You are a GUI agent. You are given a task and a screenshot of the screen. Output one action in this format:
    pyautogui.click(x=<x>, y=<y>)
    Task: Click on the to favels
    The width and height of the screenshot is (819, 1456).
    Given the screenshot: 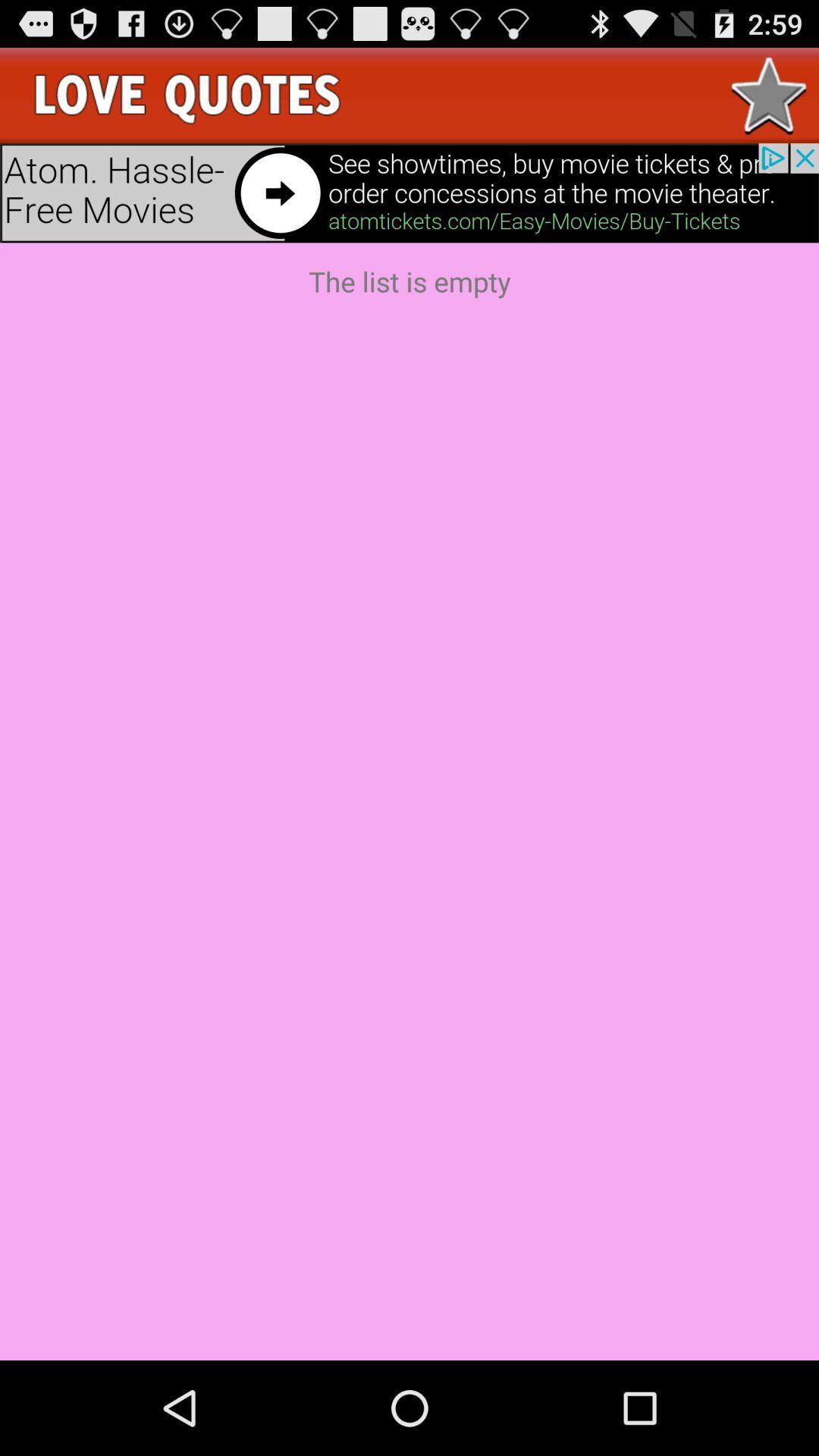 What is the action you would take?
    pyautogui.click(x=769, y=94)
    